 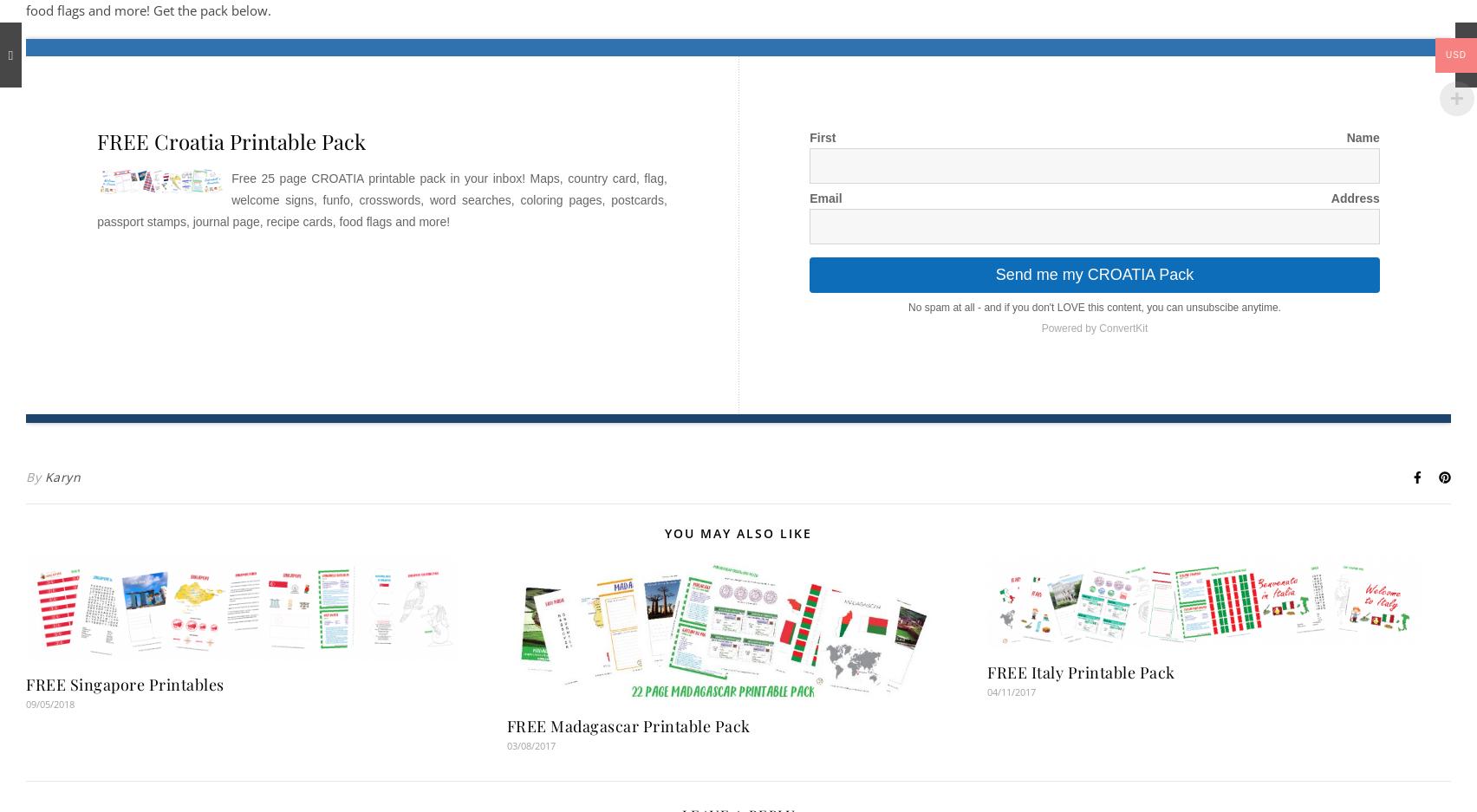 What do you see at coordinates (62, 476) in the screenshot?
I see `'Karyn'` at bounding box center [62, 476].